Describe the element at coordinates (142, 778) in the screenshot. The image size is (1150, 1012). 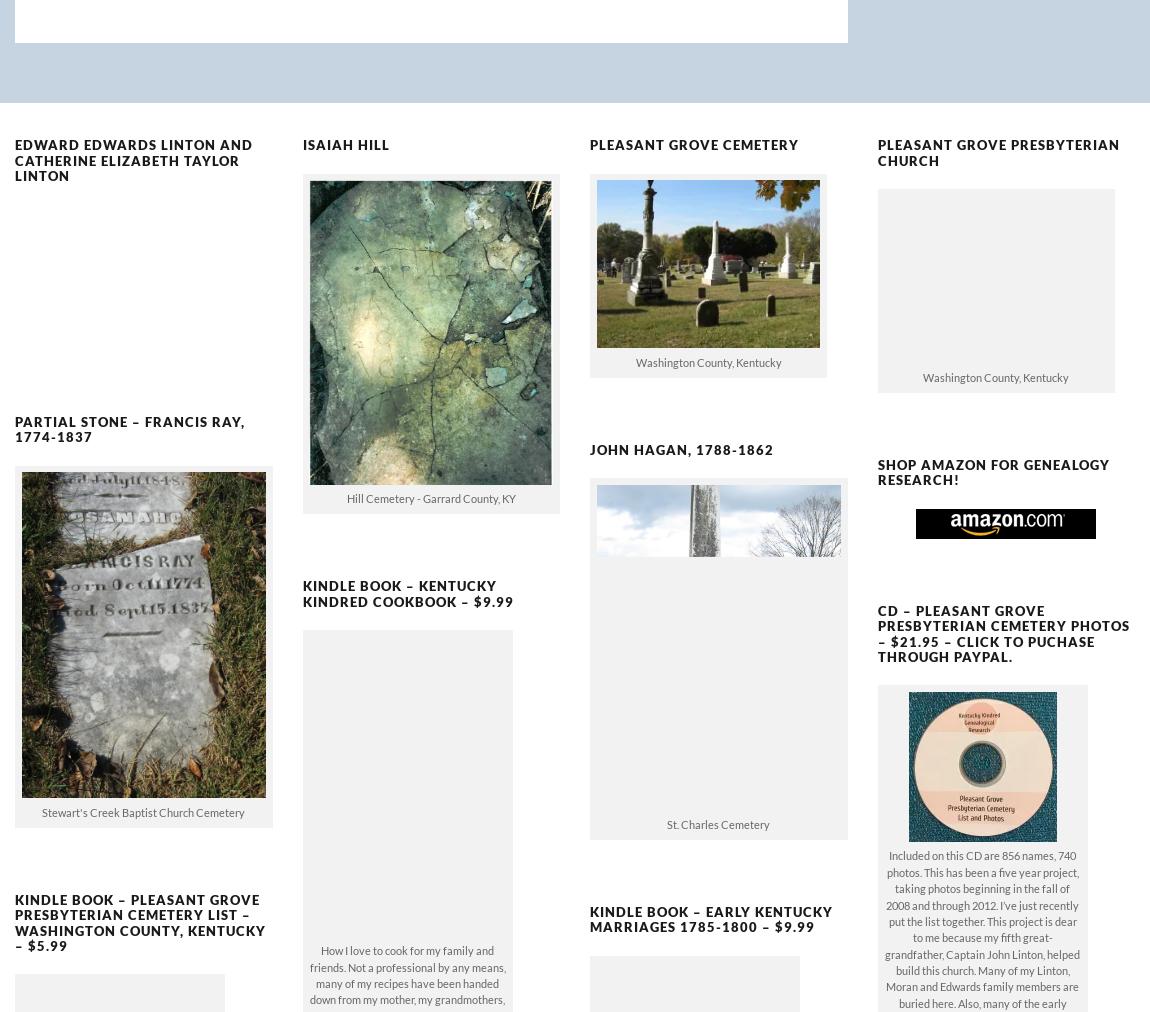
I see `'Stewart's Creek Baptist Church Cemetery'` at that location.